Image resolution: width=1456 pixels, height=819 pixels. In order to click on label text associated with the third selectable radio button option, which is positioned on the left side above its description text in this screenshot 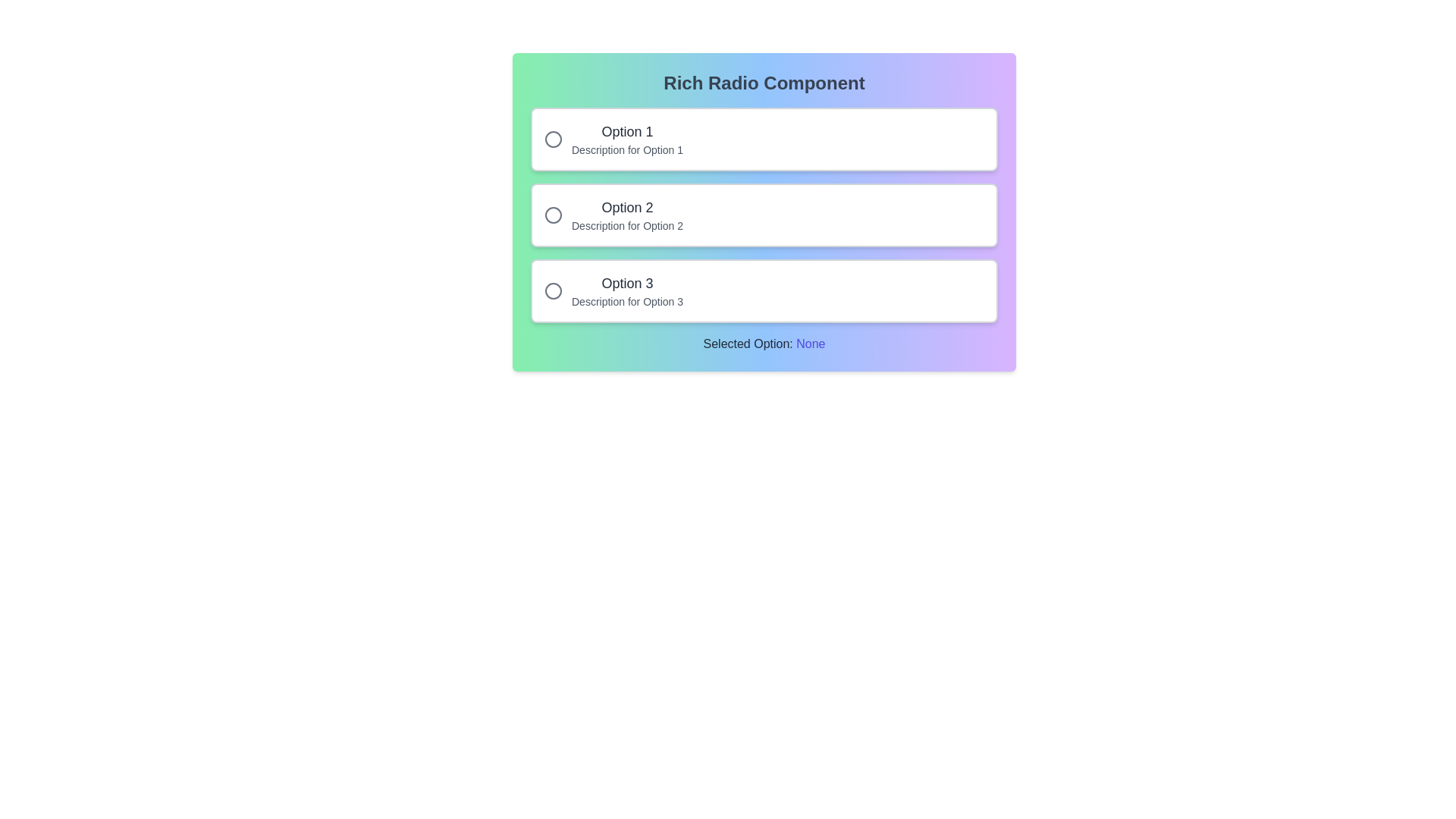, I will do `click(627, 284)`.